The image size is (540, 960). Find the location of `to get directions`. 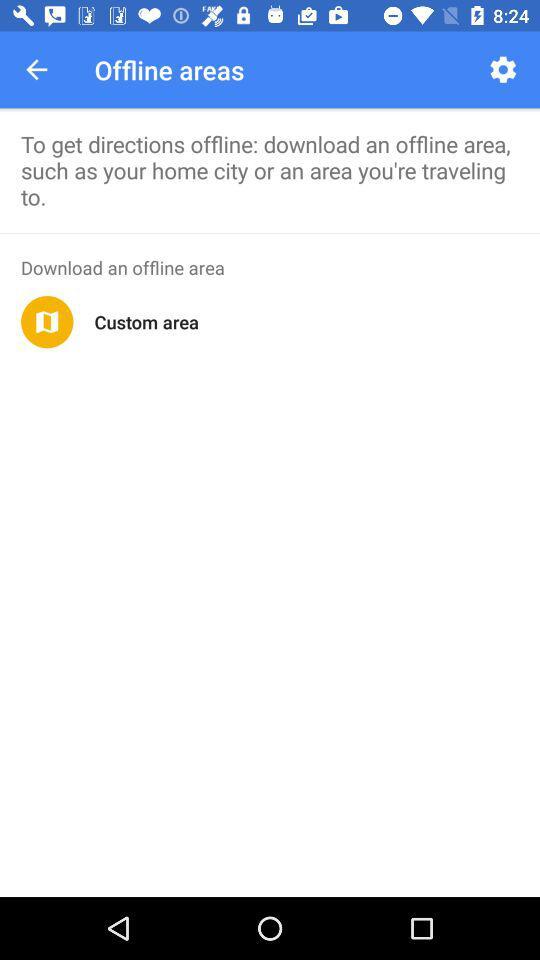

to get directions is located at coordinates (270, 169).